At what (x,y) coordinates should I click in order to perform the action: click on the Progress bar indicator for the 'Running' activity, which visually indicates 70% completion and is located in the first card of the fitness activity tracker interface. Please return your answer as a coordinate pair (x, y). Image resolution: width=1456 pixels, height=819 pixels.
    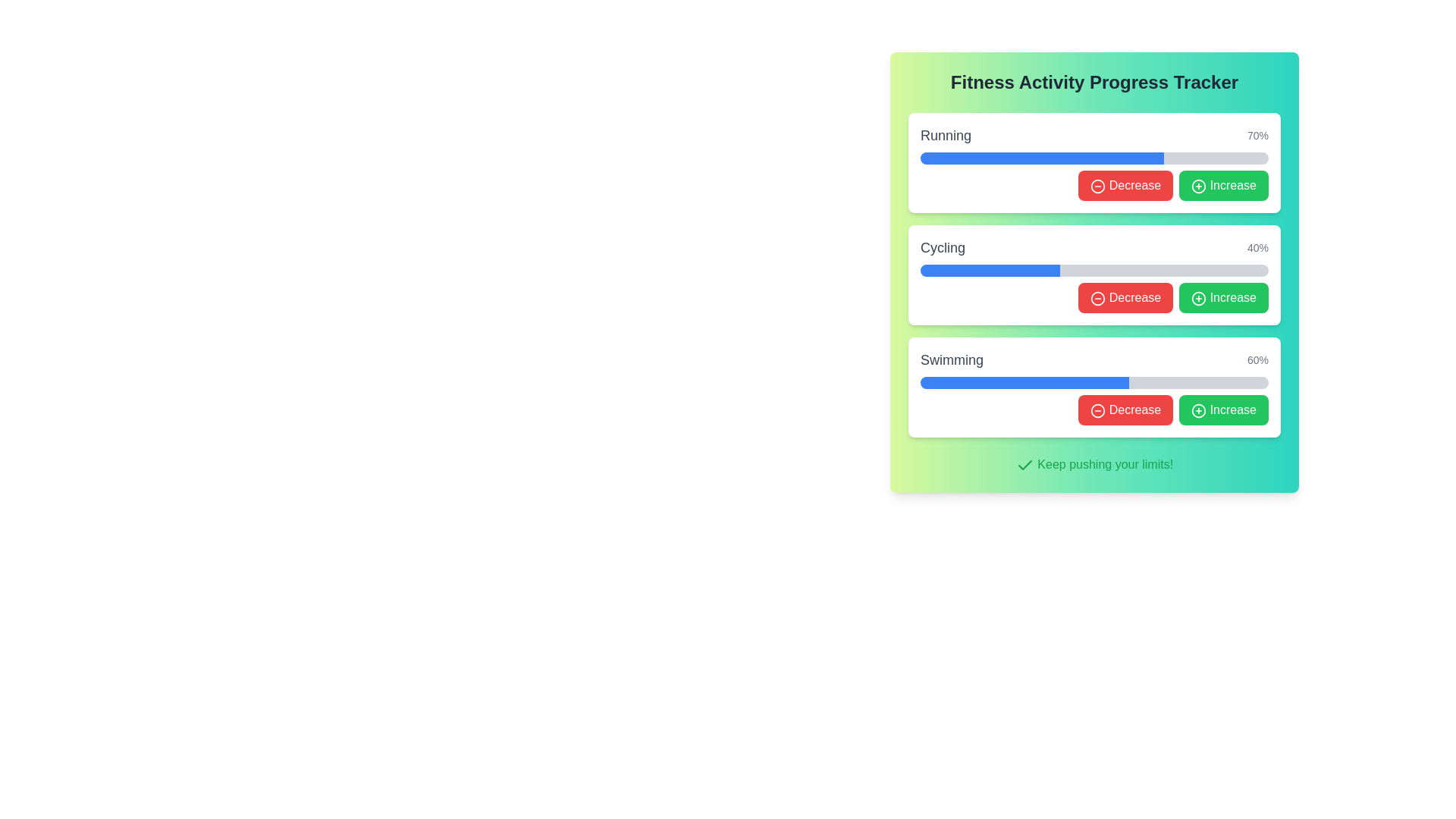
    Looking at the image, I should click on (1041, 158).